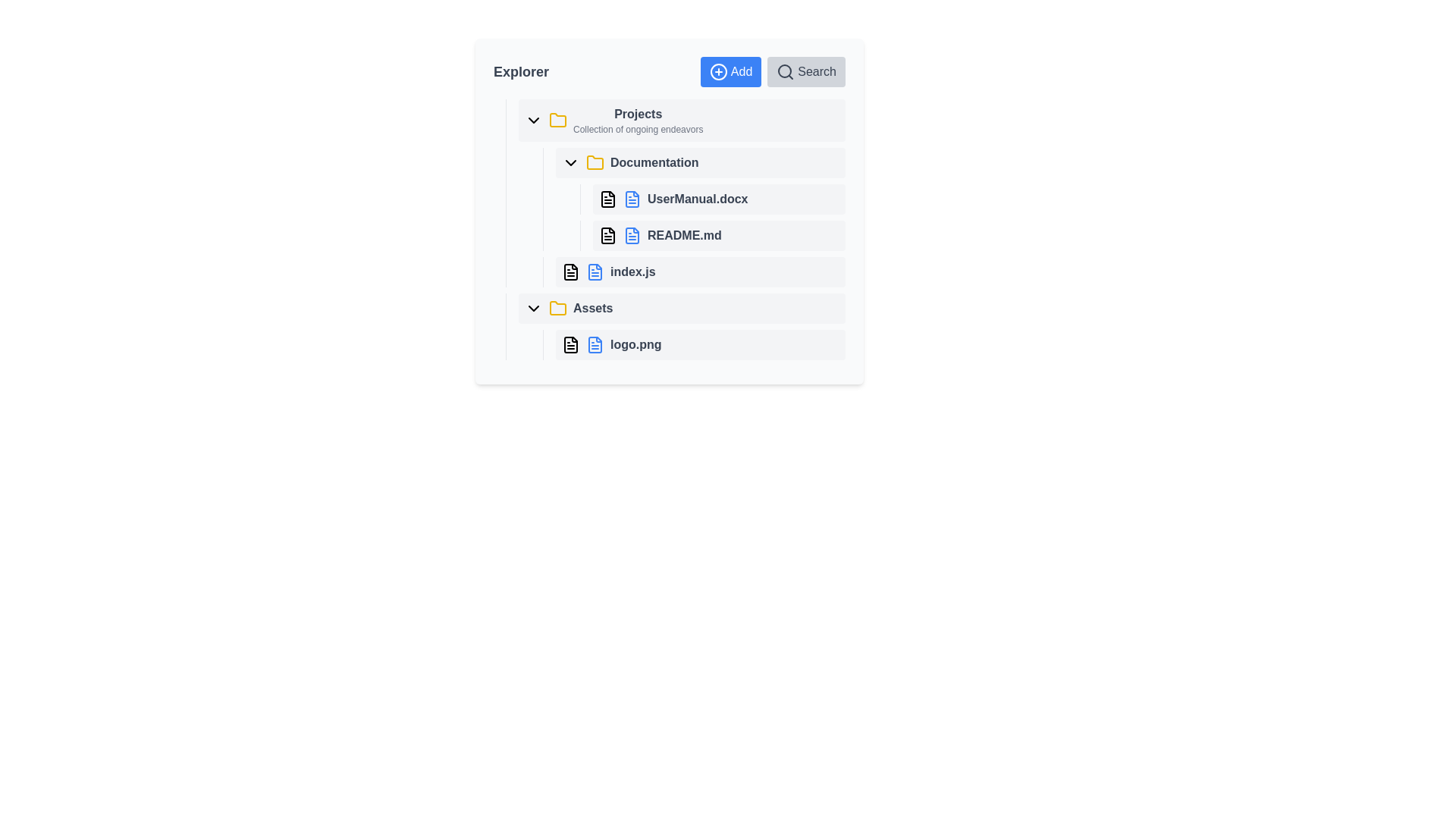 This screenshot has width=1456, height=819. I want to click on the file entry named 'UserManual.docx' located, so click(675, 192).